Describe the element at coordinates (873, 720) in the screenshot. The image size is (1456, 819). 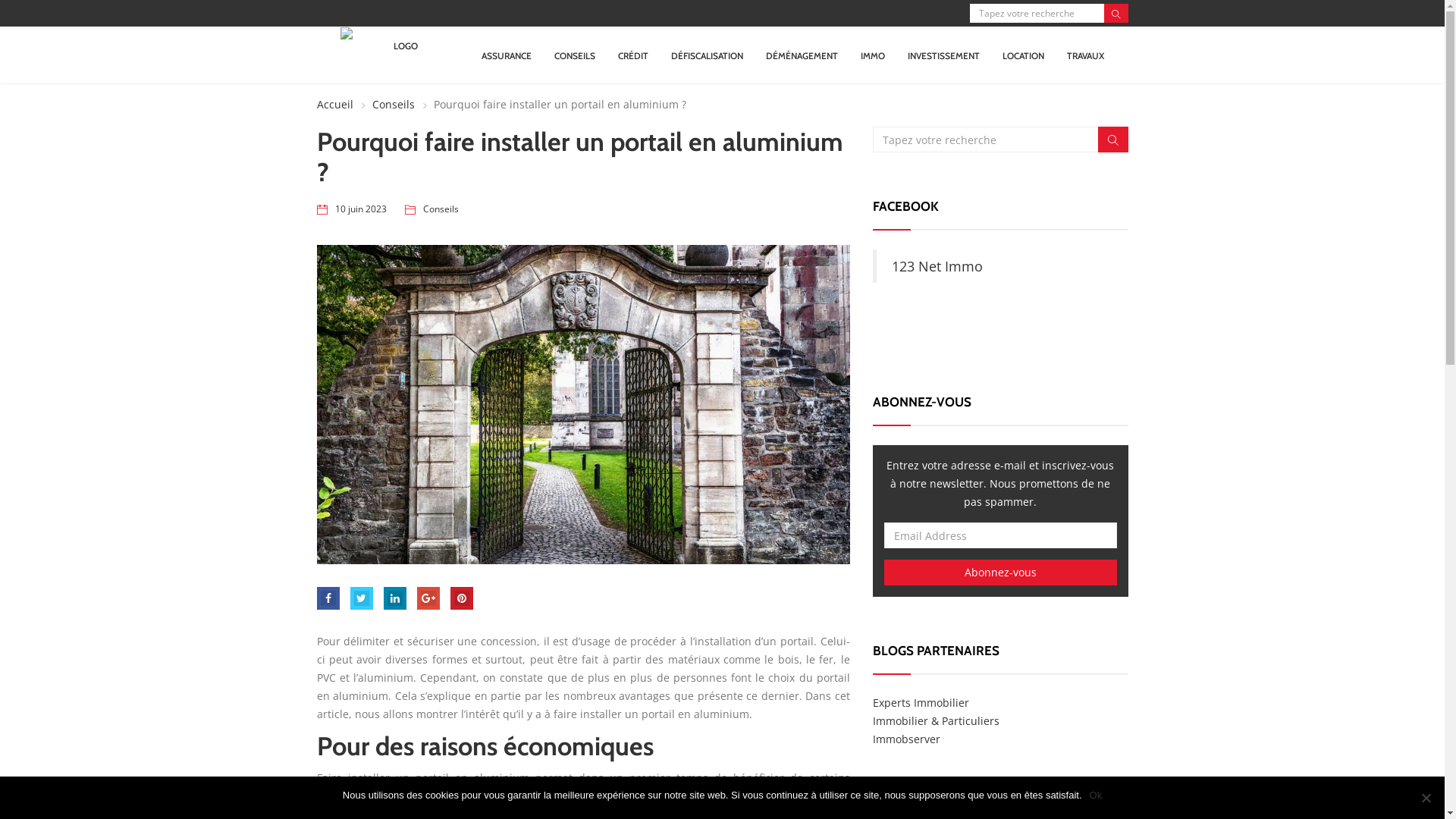
I see `'Immobilier & Particuliers'` at that location.